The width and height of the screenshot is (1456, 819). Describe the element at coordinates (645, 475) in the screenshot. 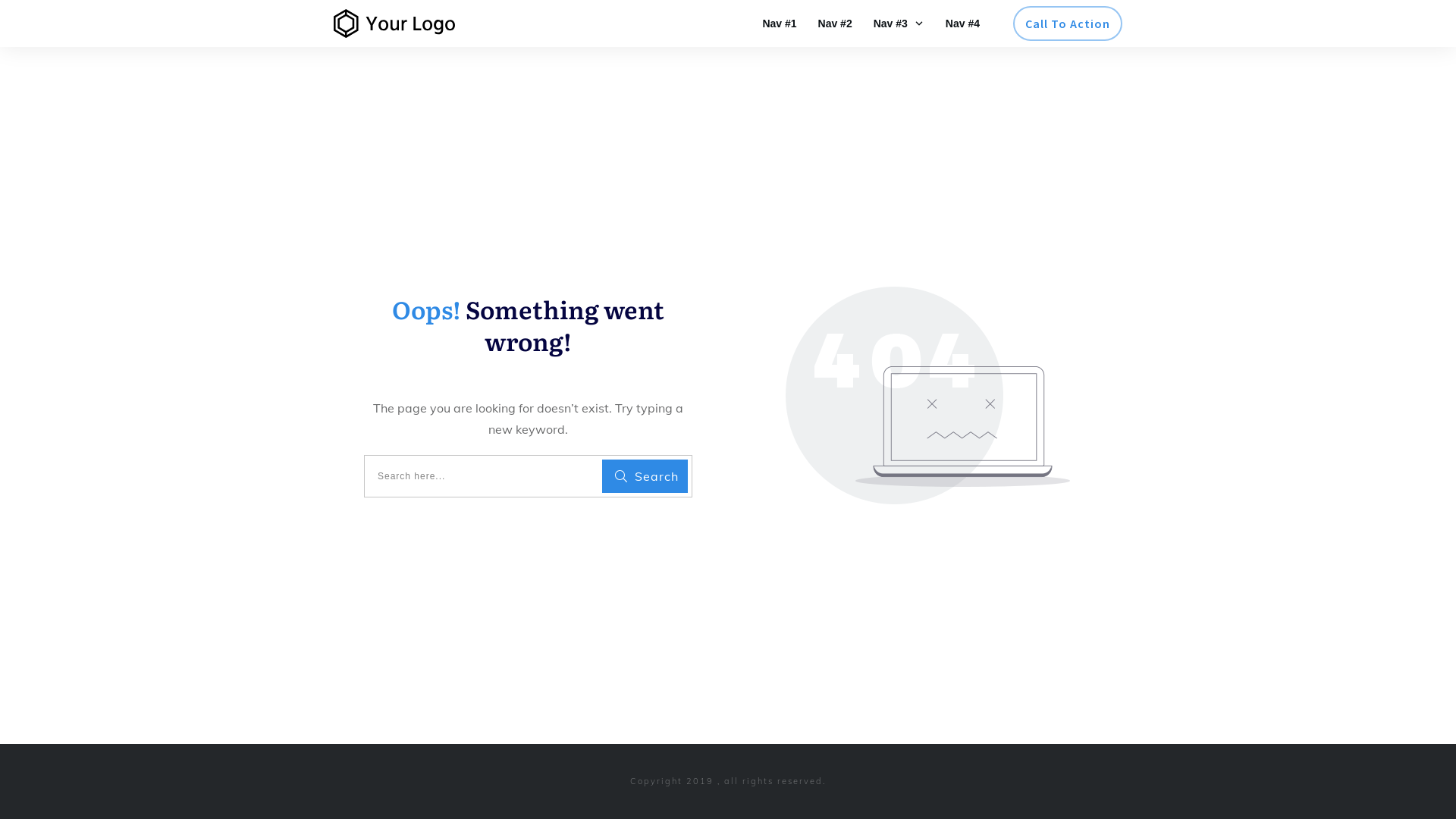

I see `'Search'` at that location.